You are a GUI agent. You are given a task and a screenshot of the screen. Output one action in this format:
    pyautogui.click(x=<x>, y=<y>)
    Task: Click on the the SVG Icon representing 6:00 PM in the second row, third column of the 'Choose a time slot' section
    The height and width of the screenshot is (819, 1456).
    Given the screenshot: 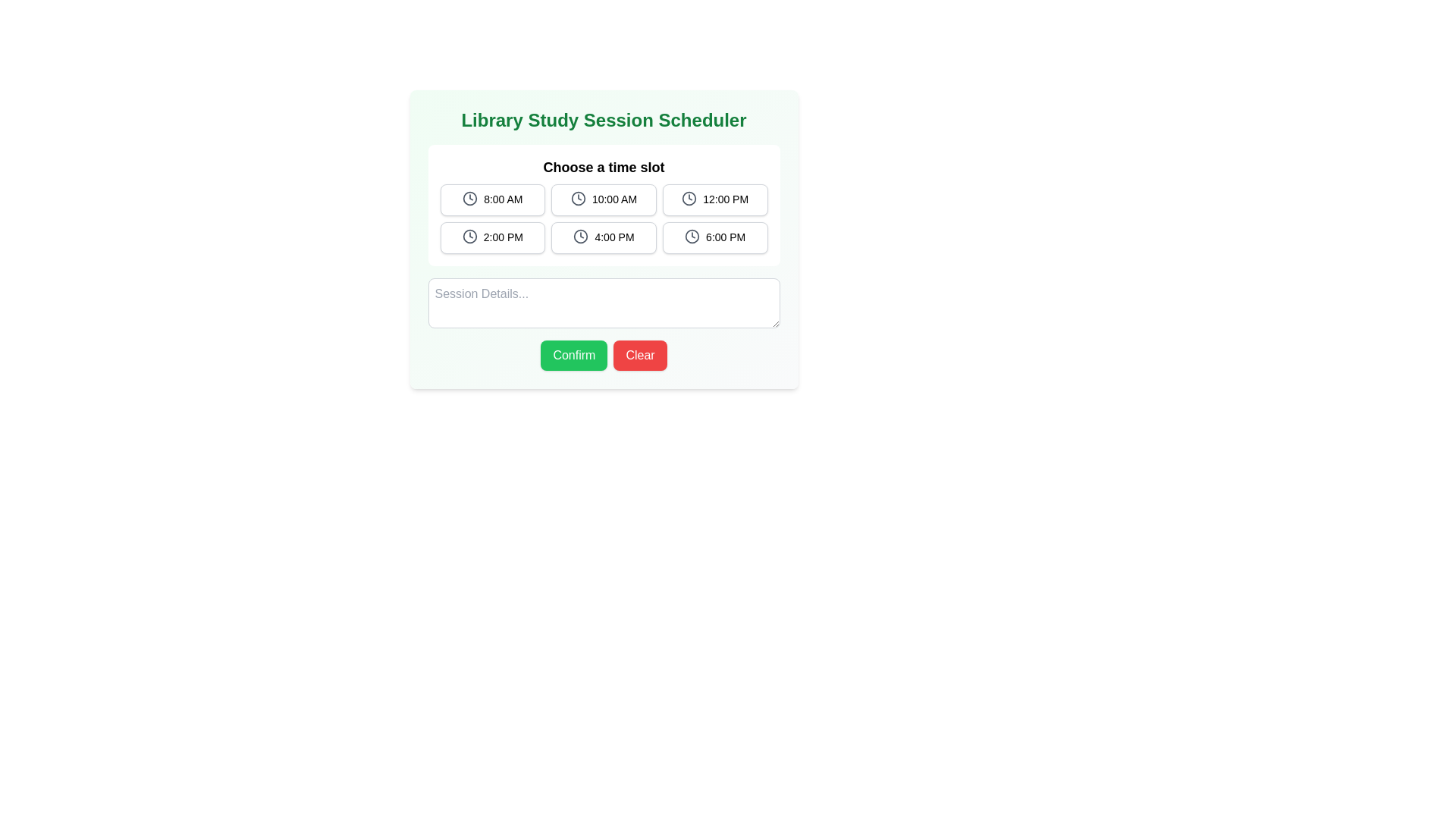 What is the action you would take?
    pyautogui.click(x=692, y=237)
    